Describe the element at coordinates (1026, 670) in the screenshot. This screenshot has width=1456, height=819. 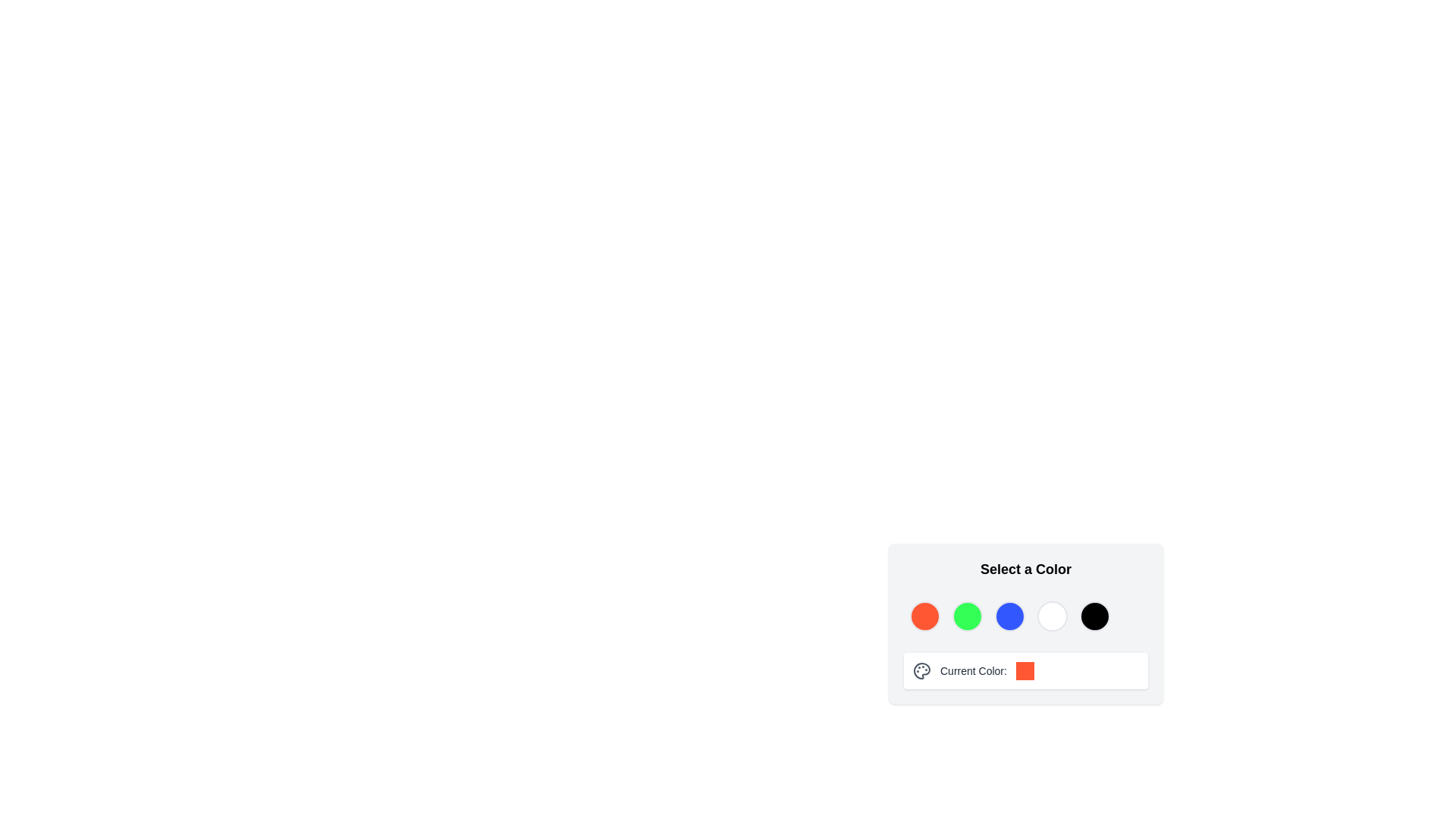
I see `the displayed color information in the Information display area located under the circular color selectors in the 'Select a Color' section` at that location.